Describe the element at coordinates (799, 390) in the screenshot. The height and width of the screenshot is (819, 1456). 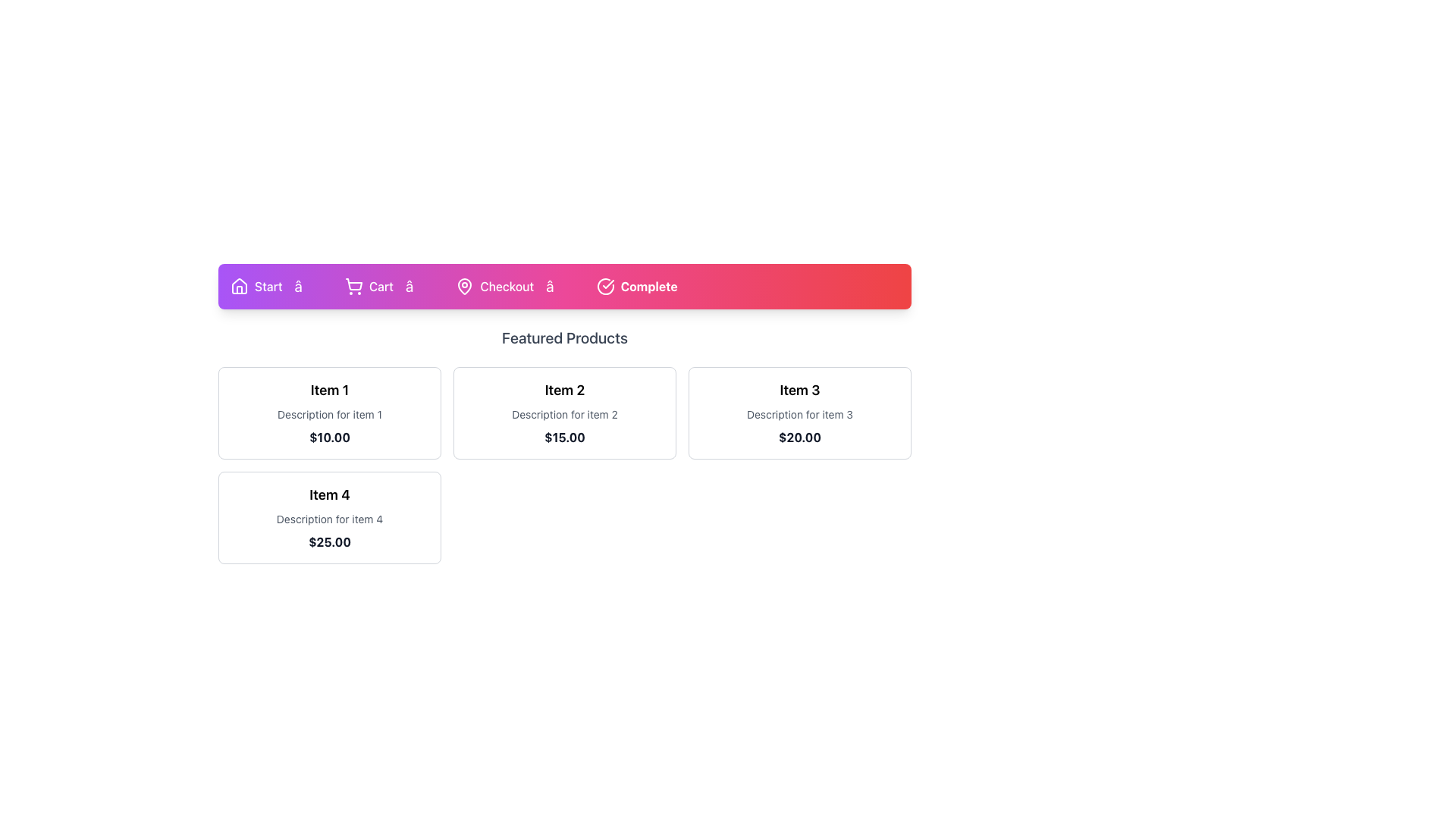
I see `bold black text label 'Item 3' displayed prominently above the description and price within the product card layout` at that location.